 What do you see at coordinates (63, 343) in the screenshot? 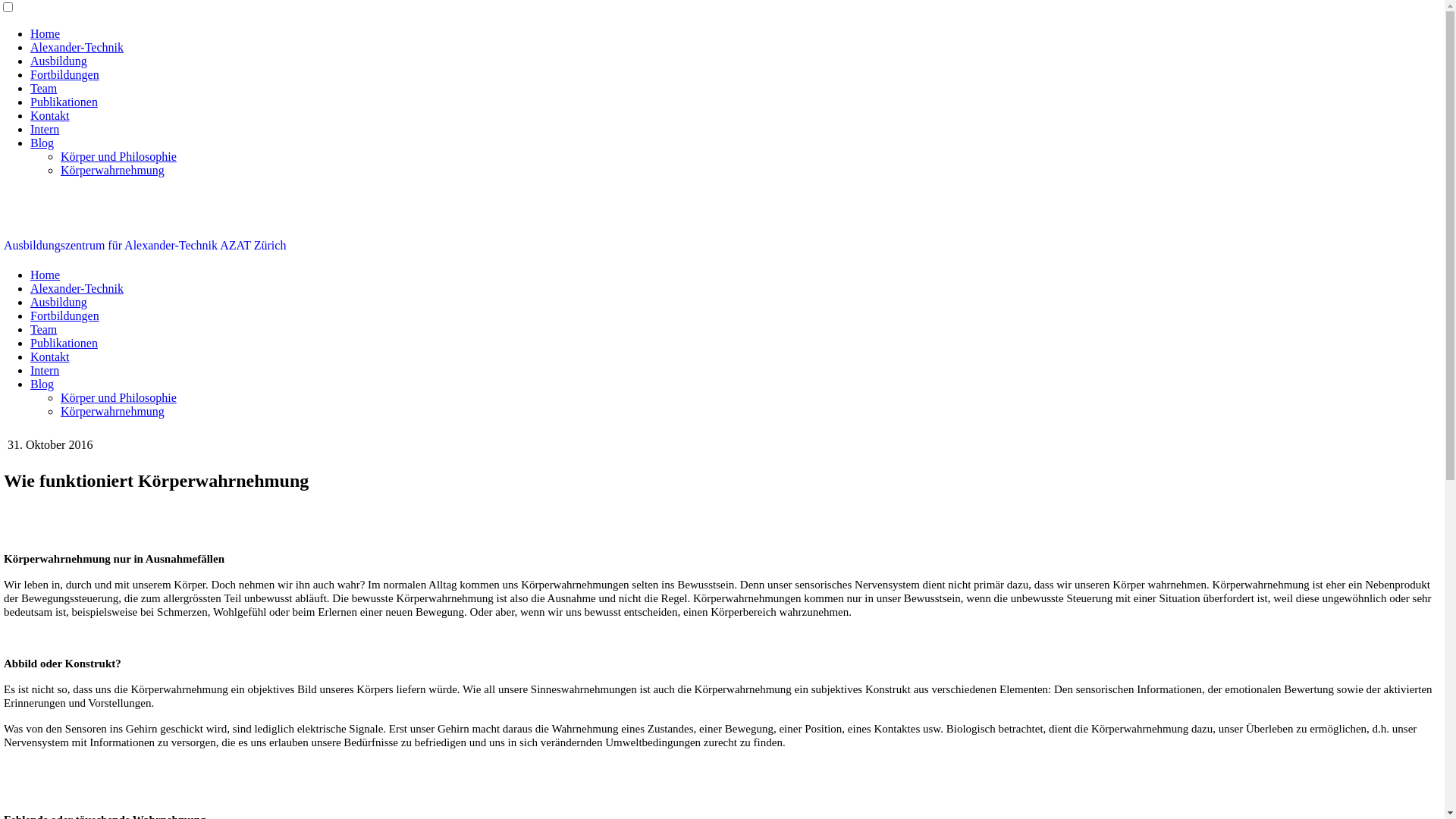
I see `'Publikationen'` at bounding box center [63, 343].